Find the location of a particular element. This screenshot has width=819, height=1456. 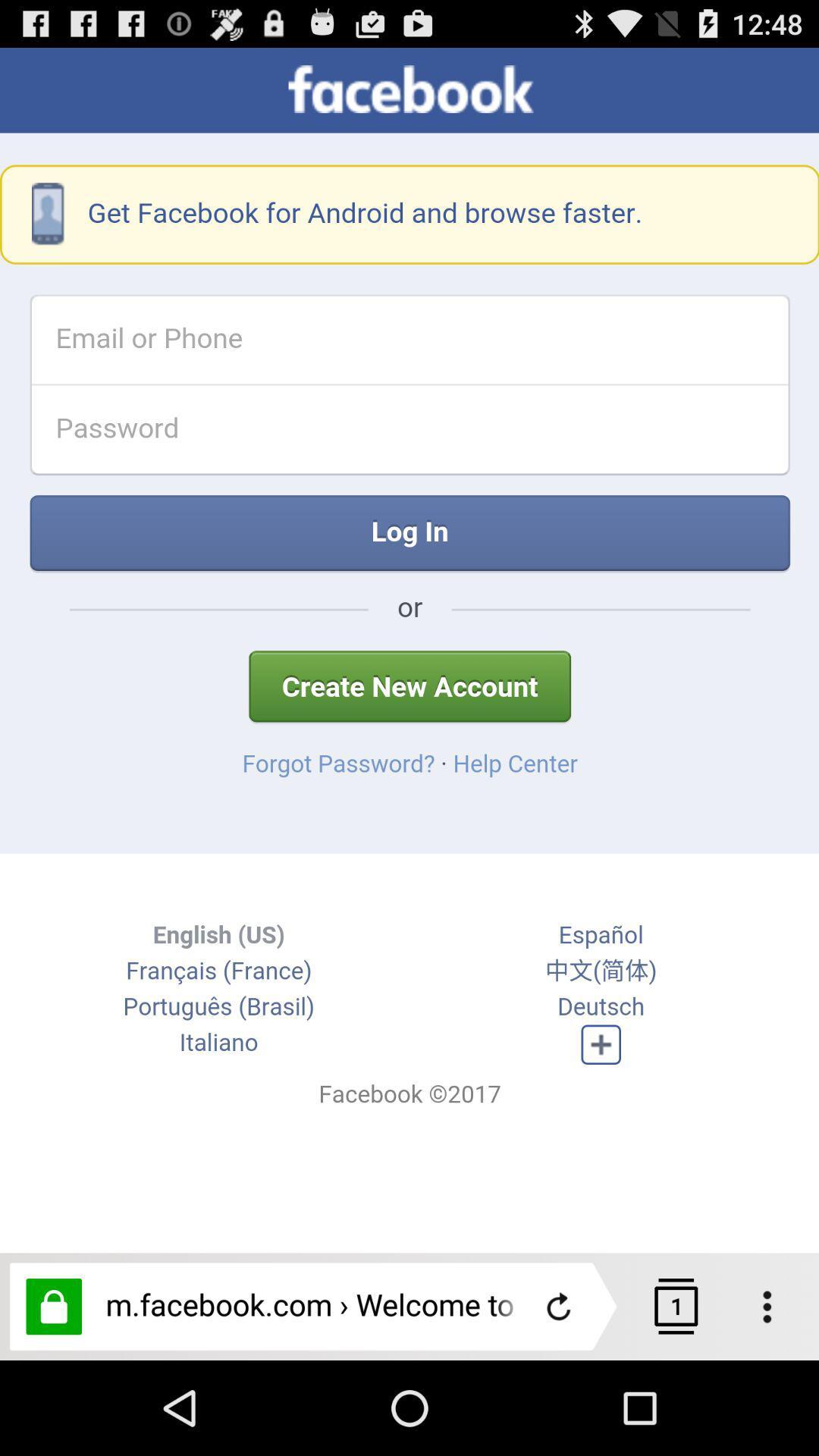

the refresh icon is located at coordinates (559, 1397).